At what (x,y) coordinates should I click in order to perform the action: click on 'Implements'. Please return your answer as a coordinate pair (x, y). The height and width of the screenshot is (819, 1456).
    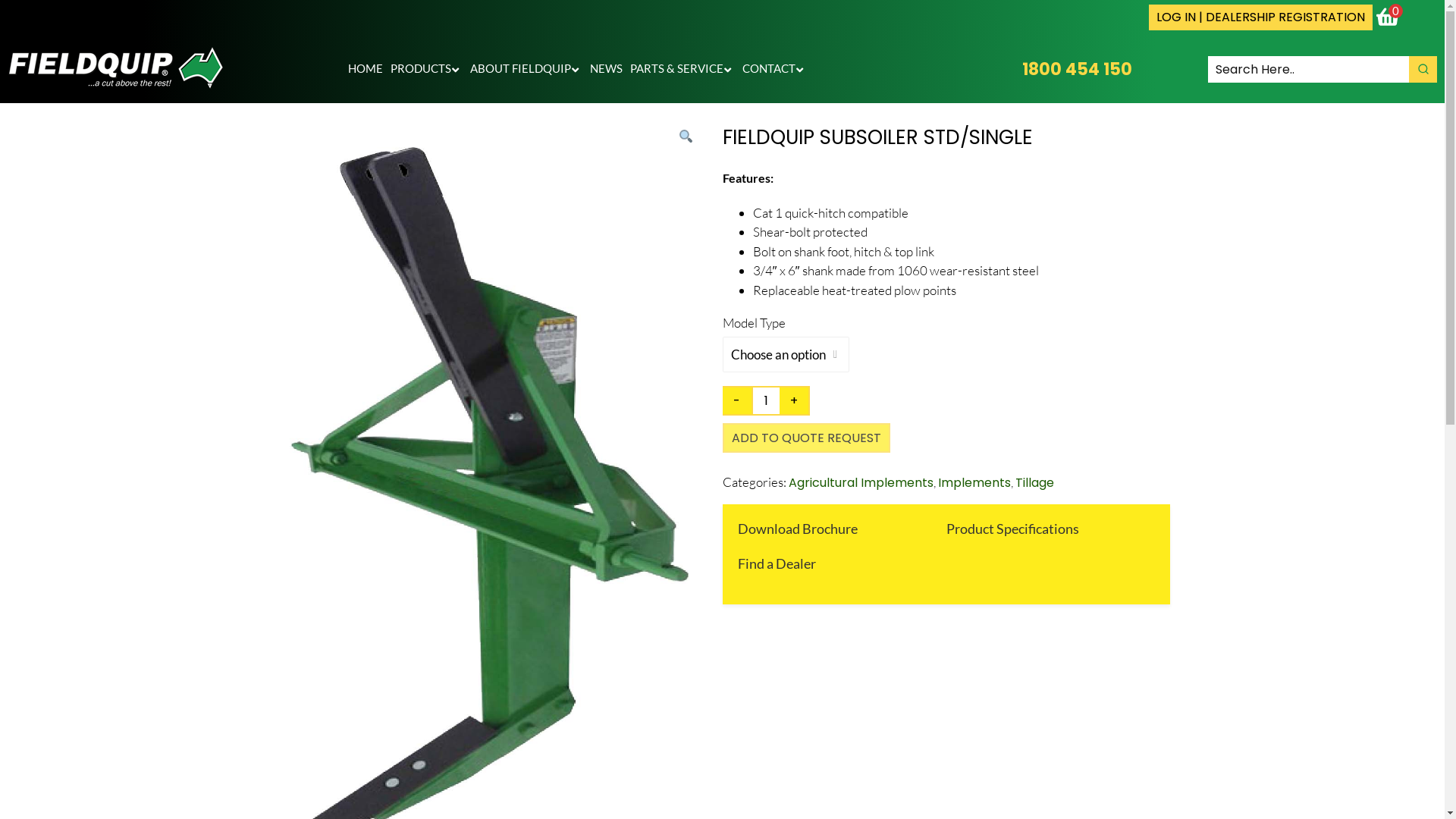
    Looking at the image, I should click on (973, 482).